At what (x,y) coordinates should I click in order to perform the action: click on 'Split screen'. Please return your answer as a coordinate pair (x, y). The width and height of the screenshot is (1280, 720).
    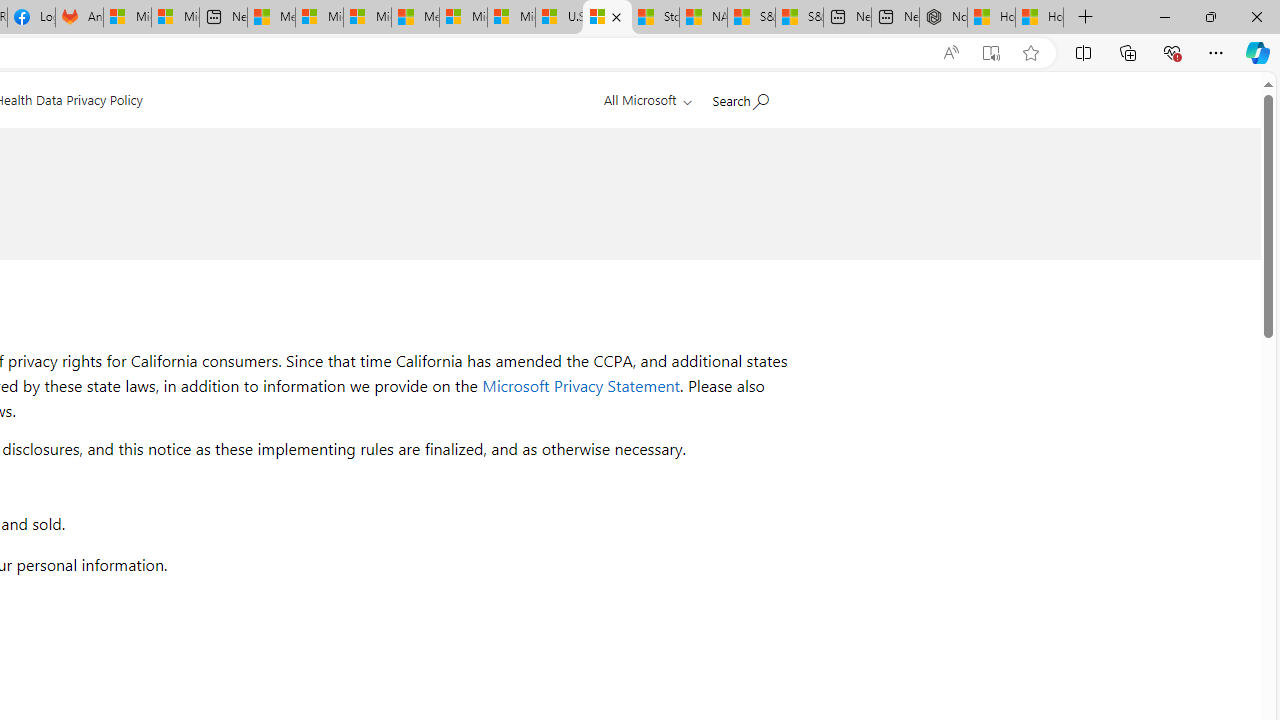
    Looking at the image, I should click on (1082, 51).